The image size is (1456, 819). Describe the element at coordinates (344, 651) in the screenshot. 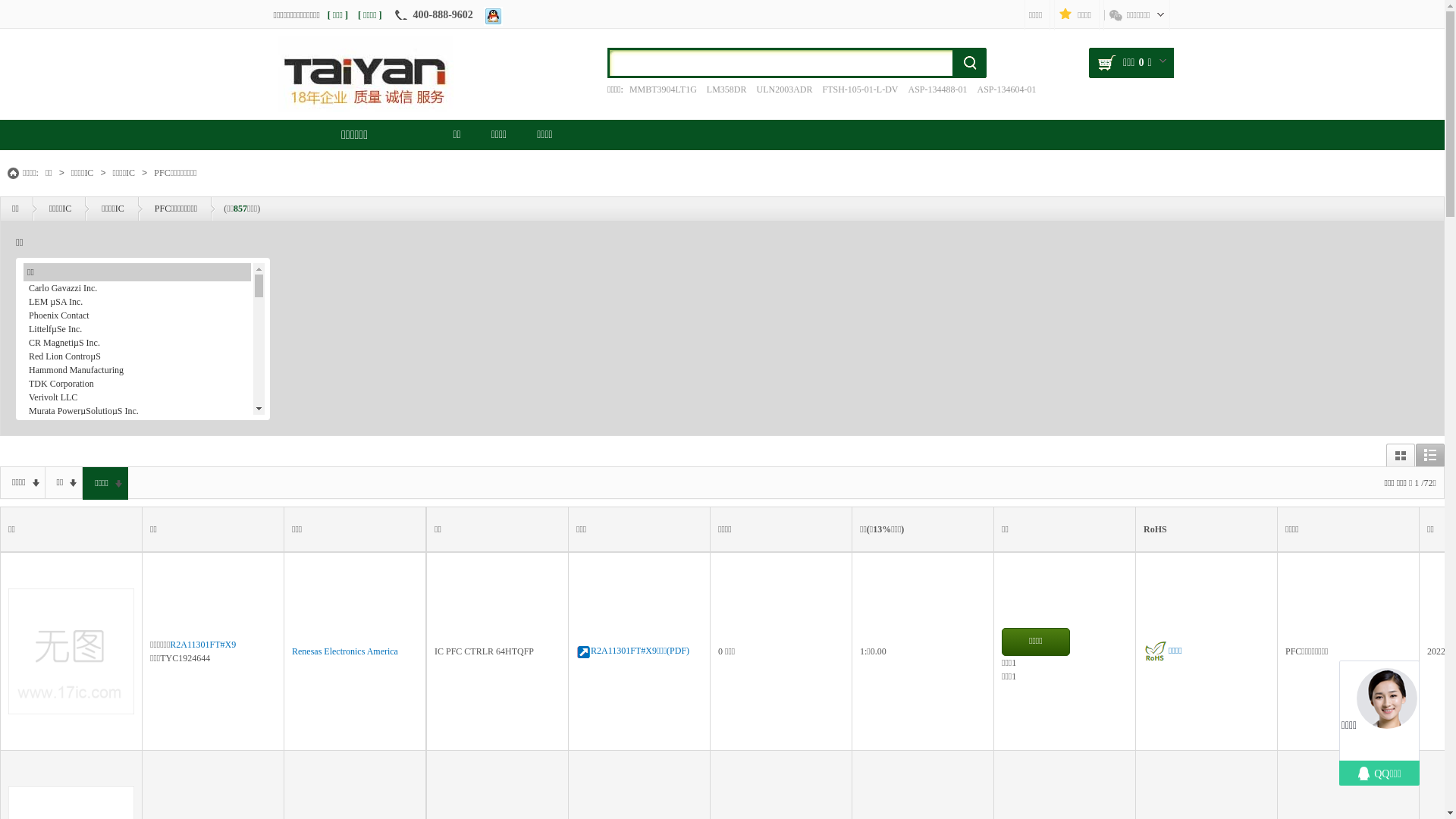

I see `'Renesas Electronics America'` at that location.